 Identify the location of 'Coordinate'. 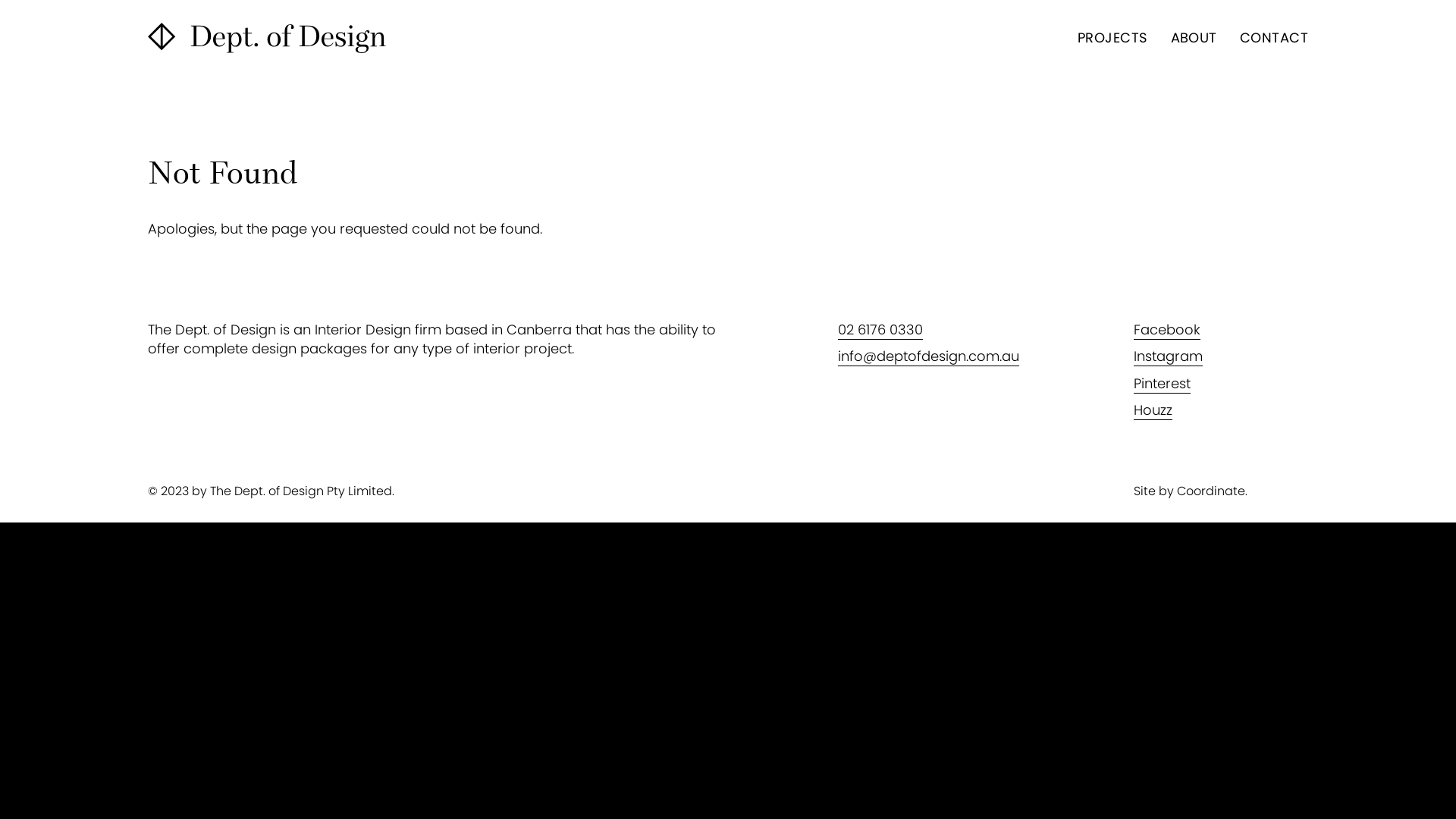
(1210, 491).